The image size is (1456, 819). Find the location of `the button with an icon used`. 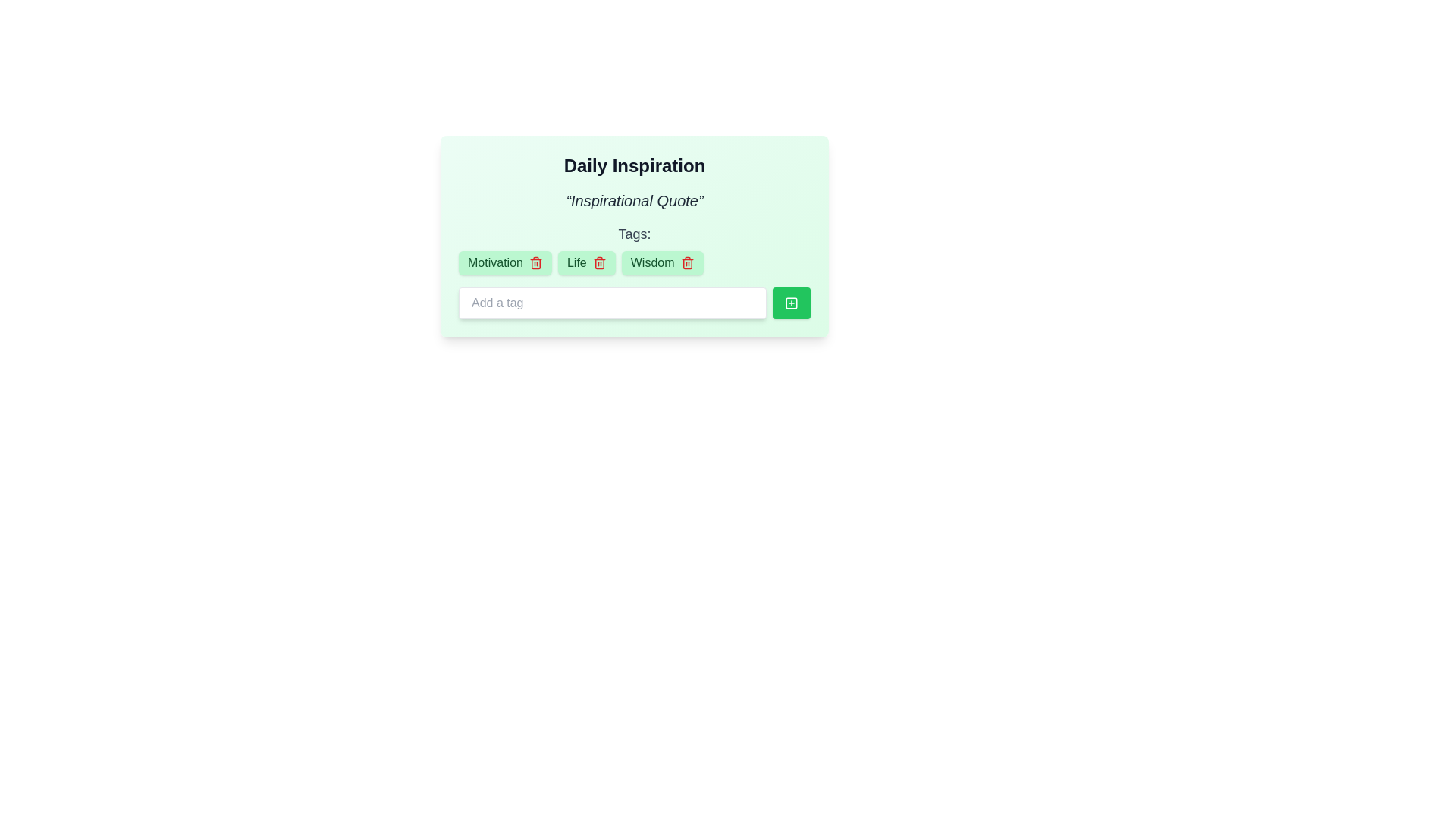

the button with an icon used is located at coordinates (790, 303).